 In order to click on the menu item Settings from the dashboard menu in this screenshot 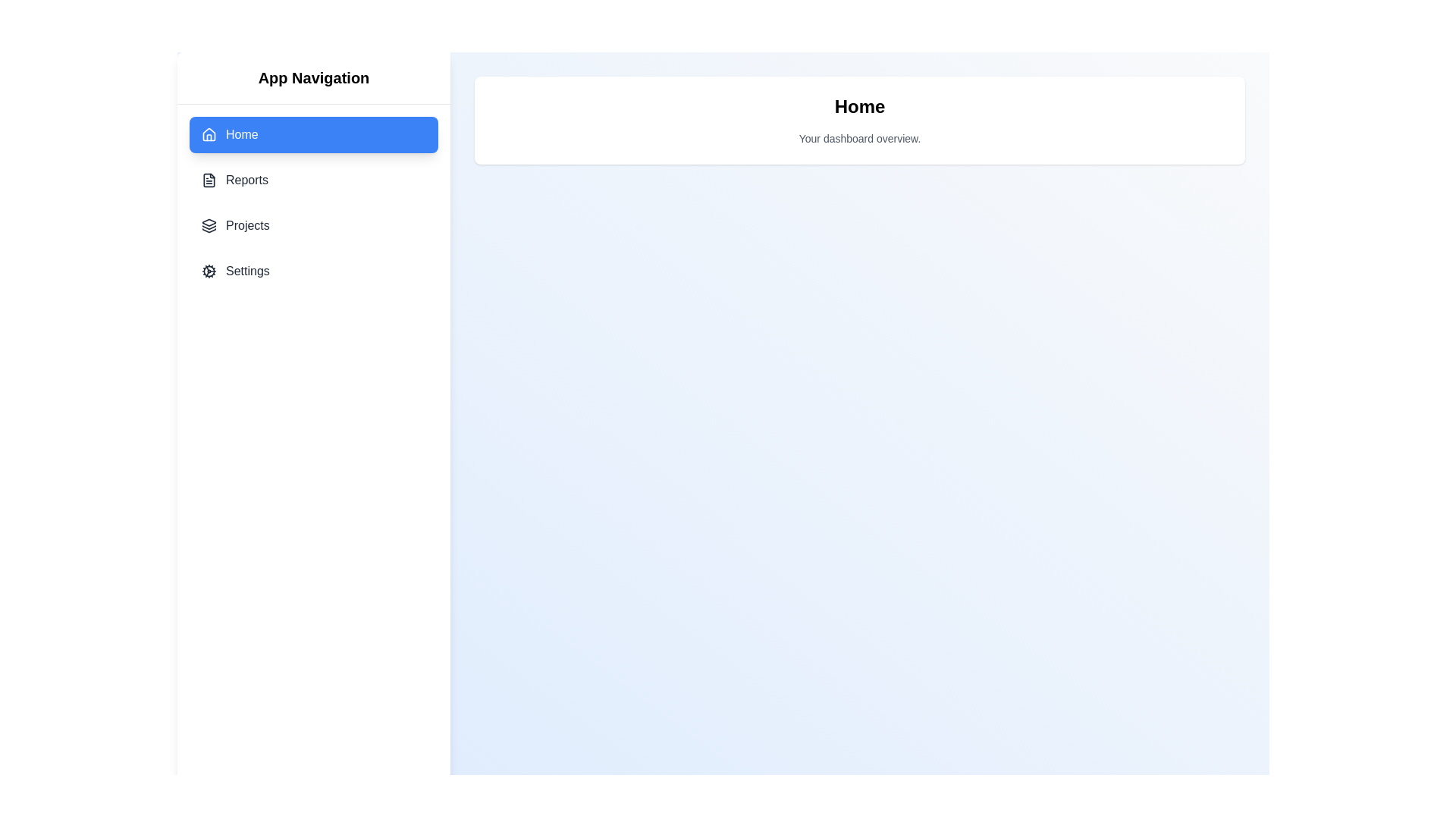, I will do `click(312, 271)`.